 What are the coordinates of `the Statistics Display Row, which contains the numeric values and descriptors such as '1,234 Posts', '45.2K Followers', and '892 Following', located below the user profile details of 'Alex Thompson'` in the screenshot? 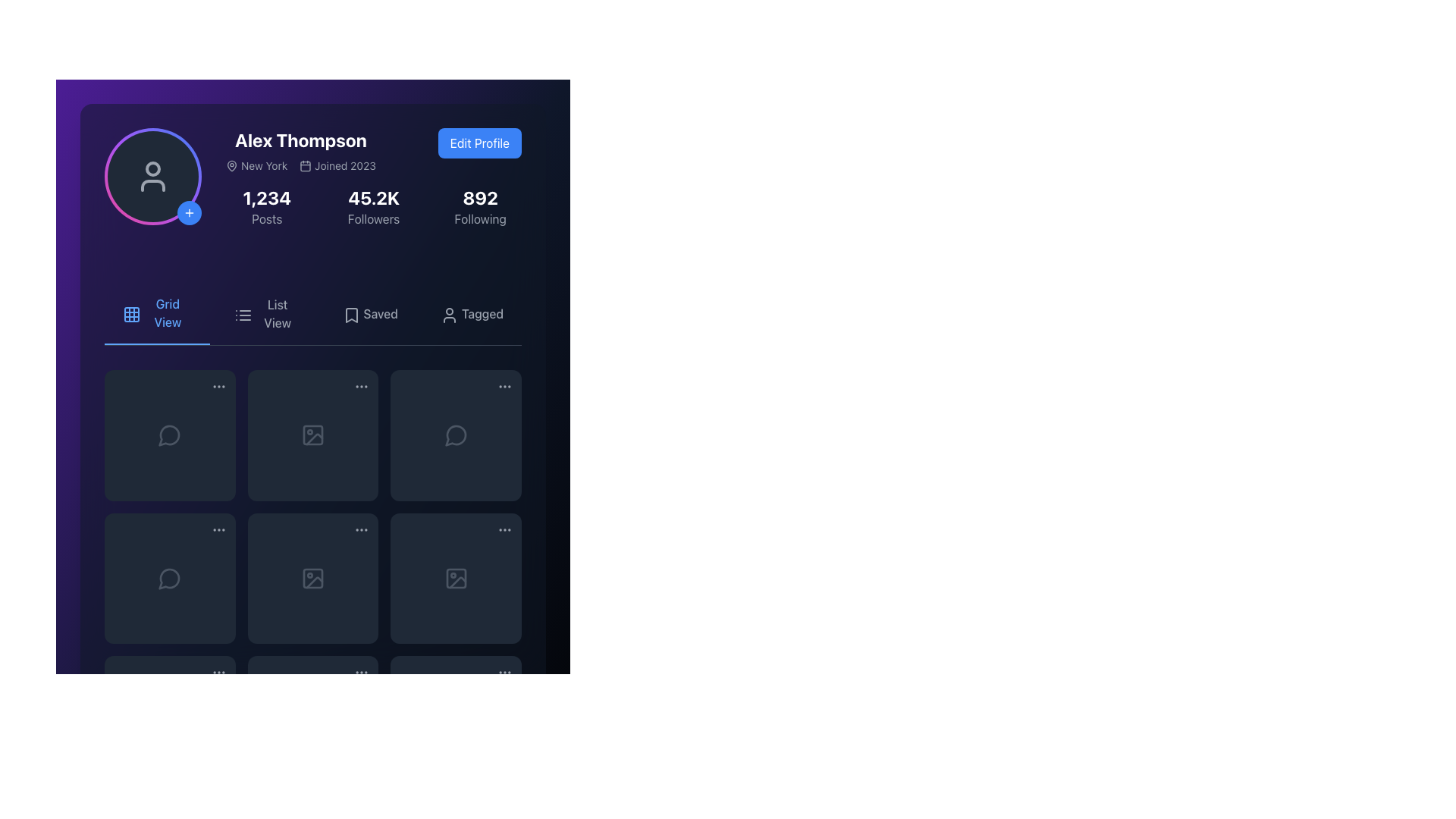 It's located at (374, 207).